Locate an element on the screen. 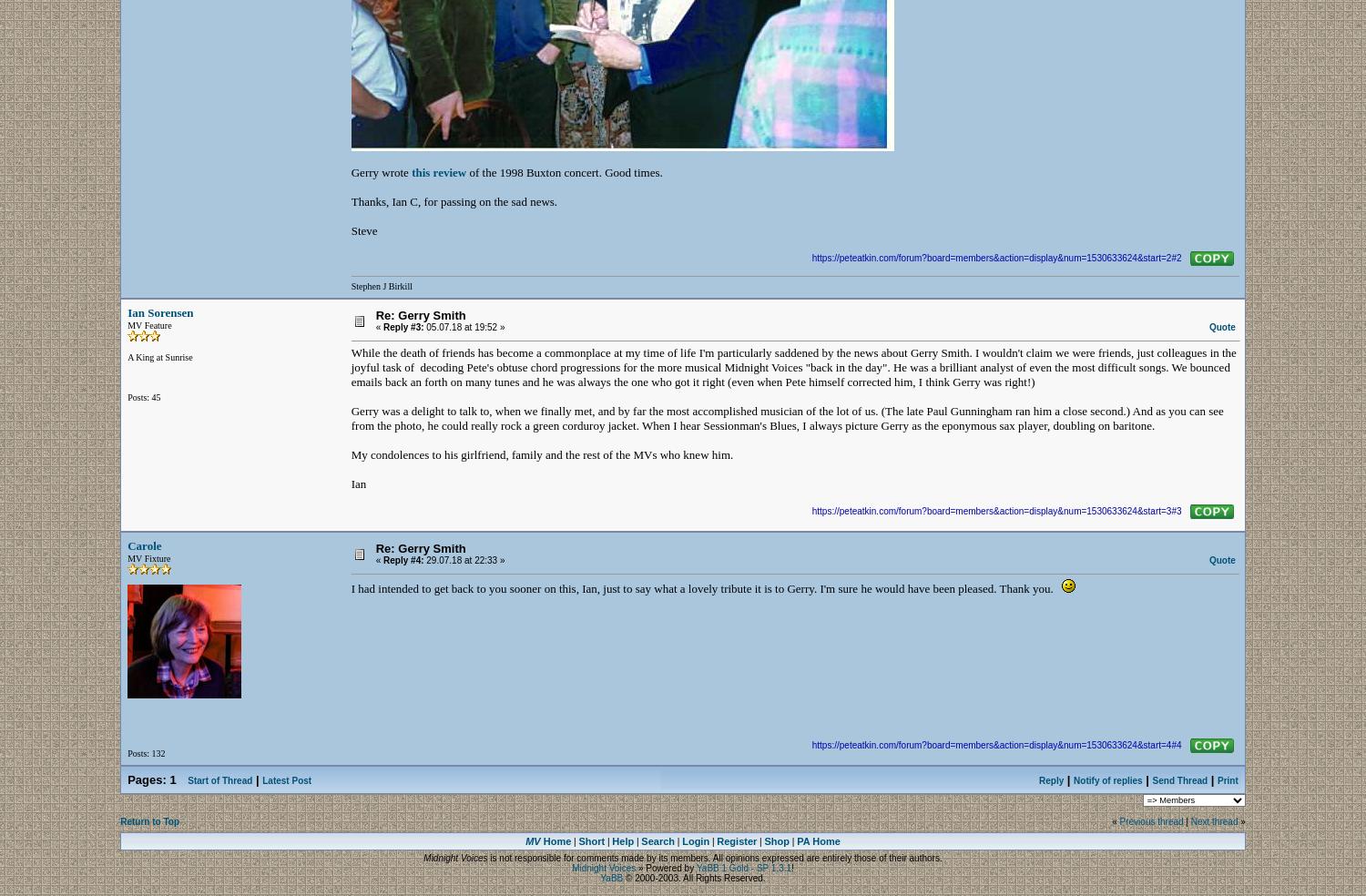  'Notify of replies' is located at coordinates (1106, 779).